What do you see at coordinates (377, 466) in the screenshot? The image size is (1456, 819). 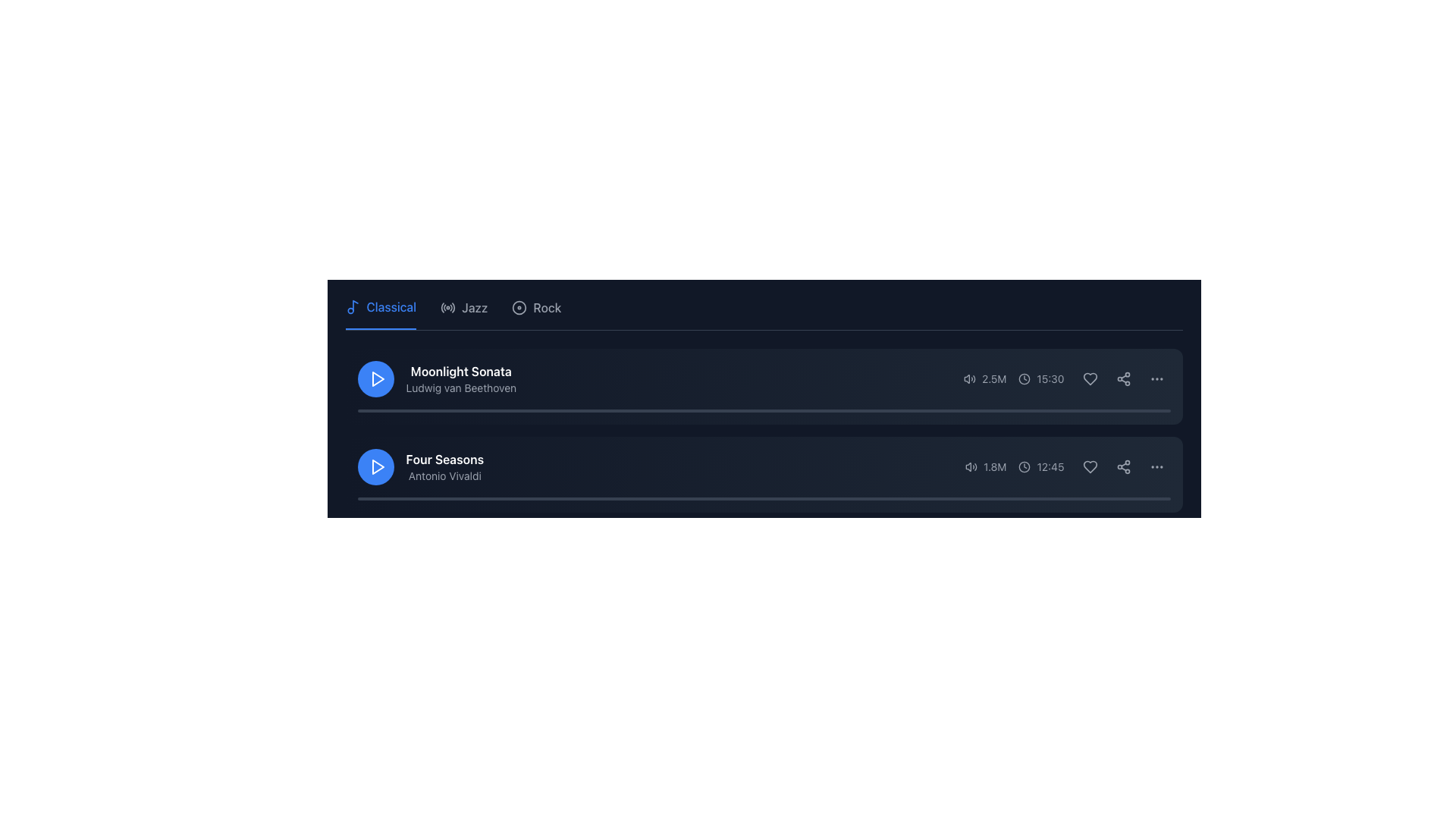 I see `the SVG-based Play Icon, which is centered within a circular blue button to the left of the 'Moonlight Sonata' text entry` at bounding box center [377, 466].